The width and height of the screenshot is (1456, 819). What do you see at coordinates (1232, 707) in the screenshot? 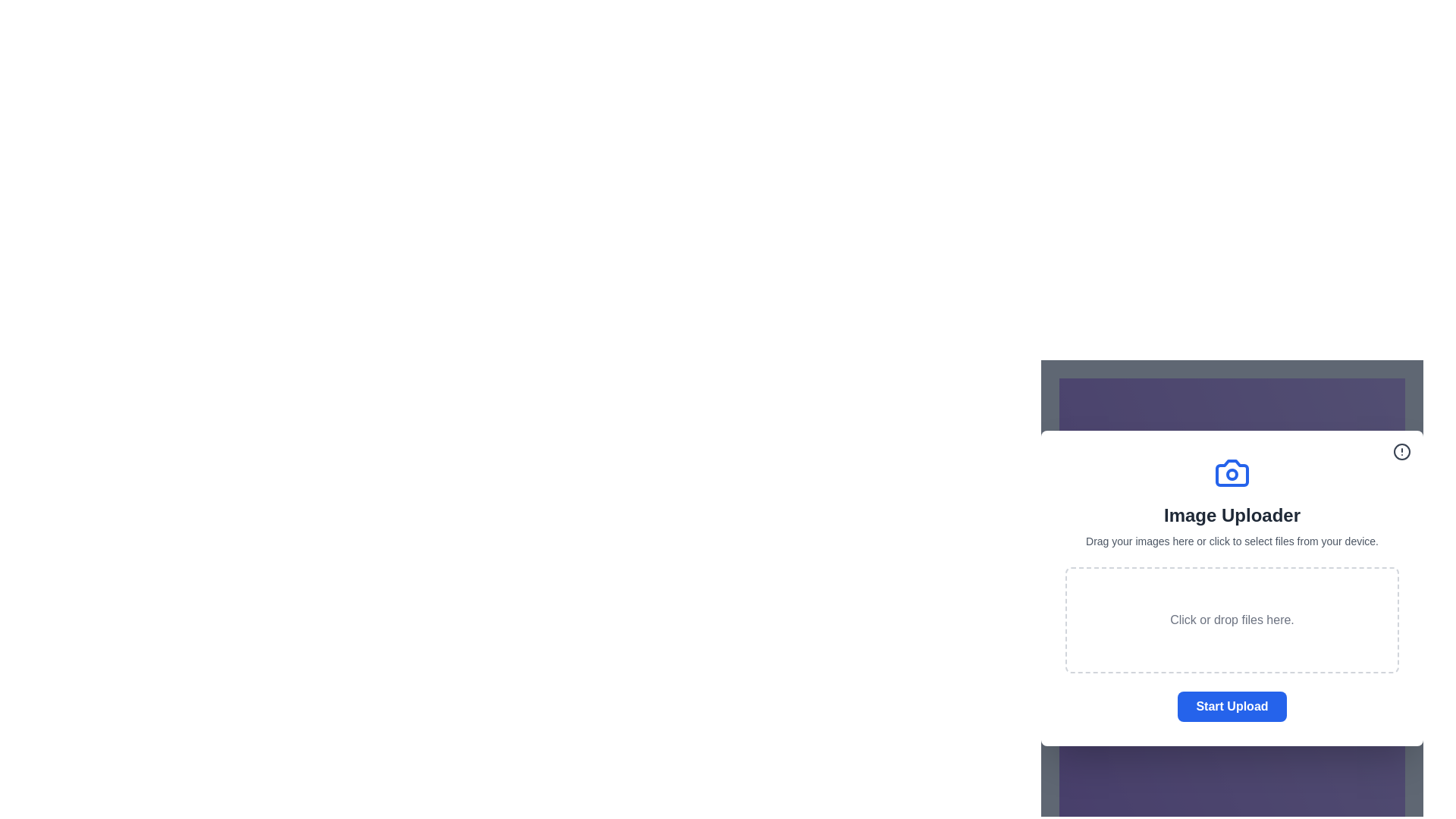
I see `the rectangular button with a blue background and white text that reads 'Start Upload'` at bounding box center [1232, 707].